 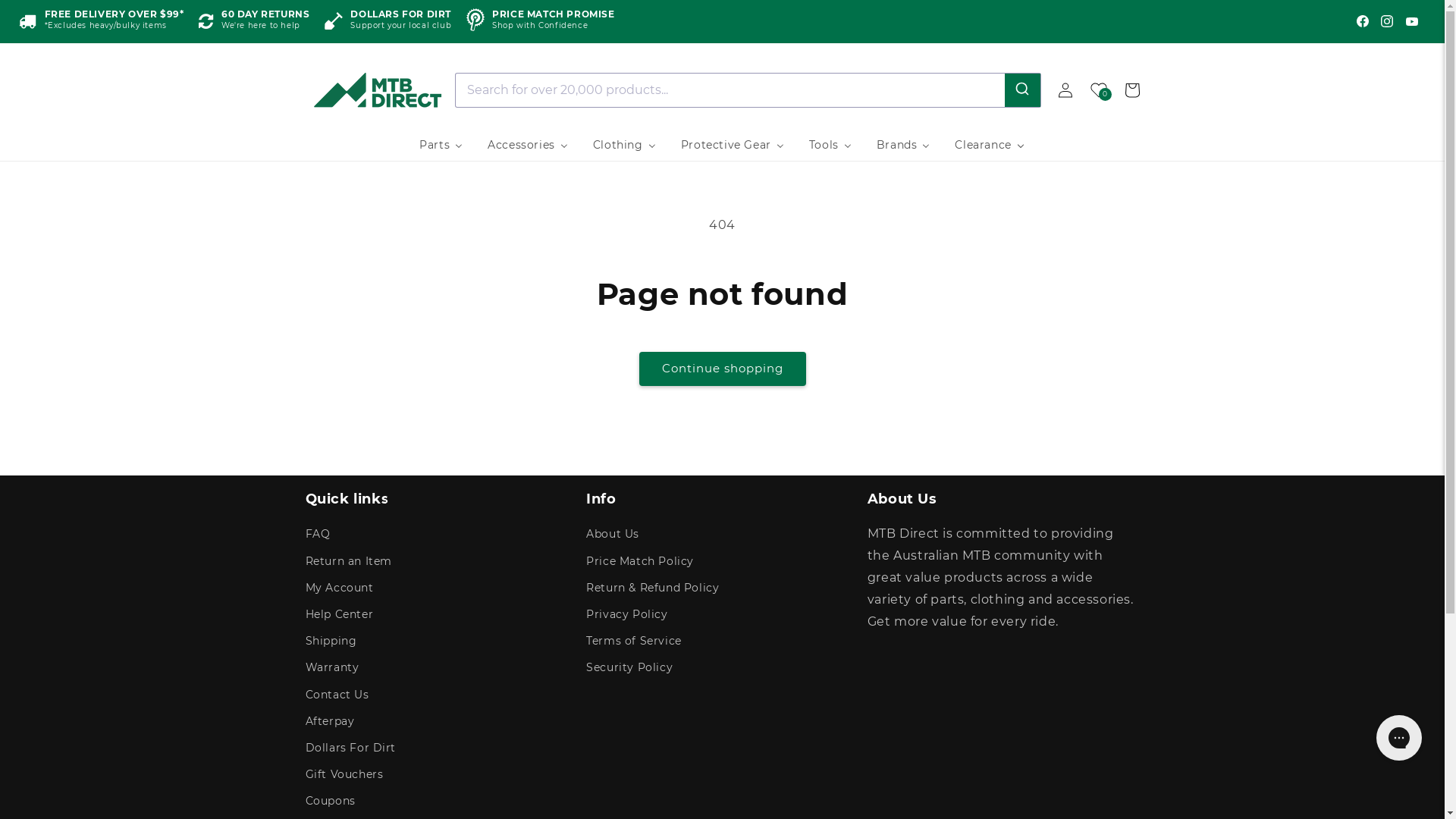 I want to click on 'Gorgias live chat messenger', so click(x=1398, y=736).